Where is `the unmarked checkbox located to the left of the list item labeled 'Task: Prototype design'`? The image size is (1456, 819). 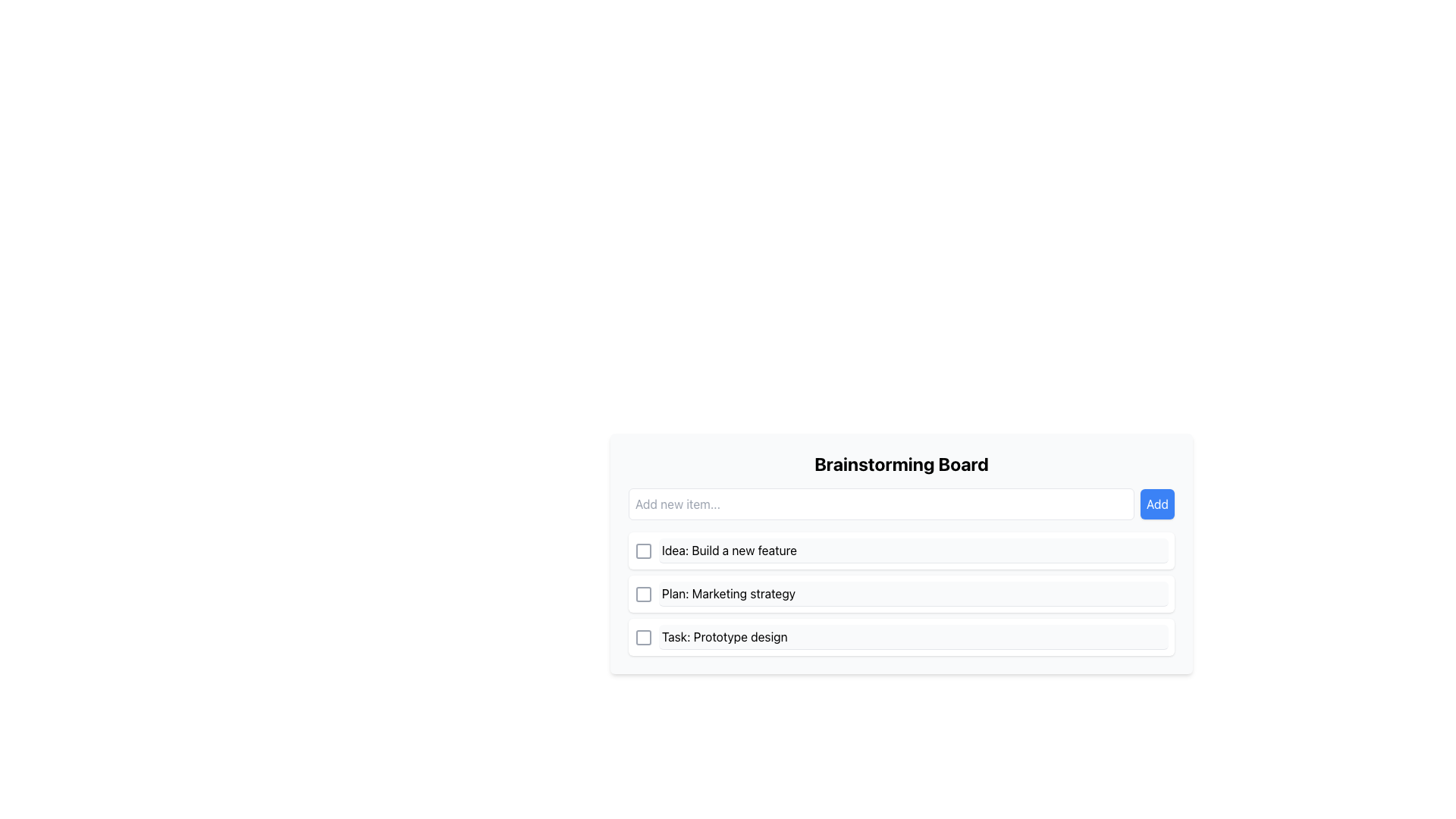
the unmarked checkbox located to the left of the list item labeled 'Task: Prototype design' is located at coordinates (644, 637).